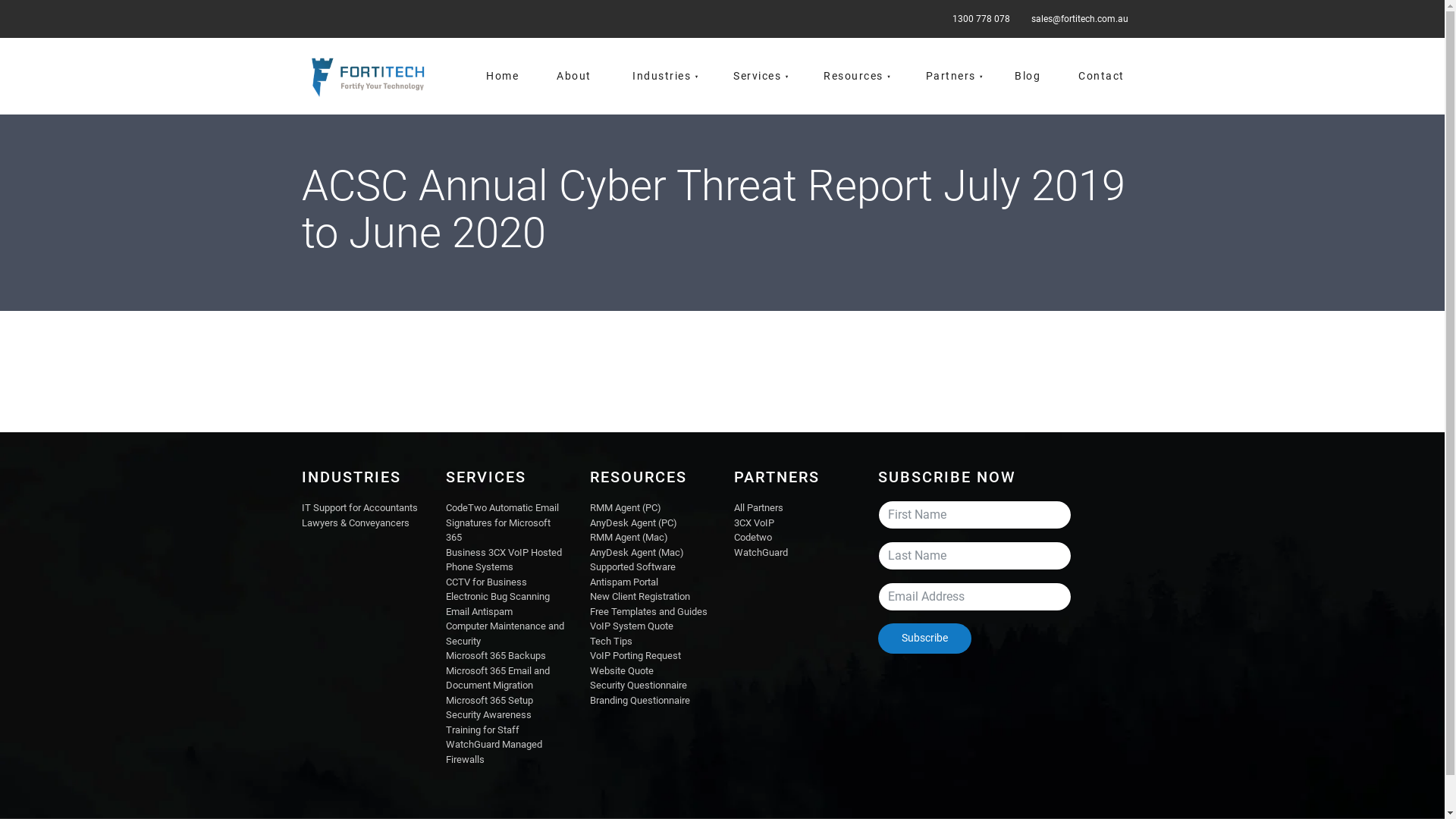 The height and width of the screenshot is (819, 1456). I want to click on 'sales@fortitech.com.au', so click(1076, 18).